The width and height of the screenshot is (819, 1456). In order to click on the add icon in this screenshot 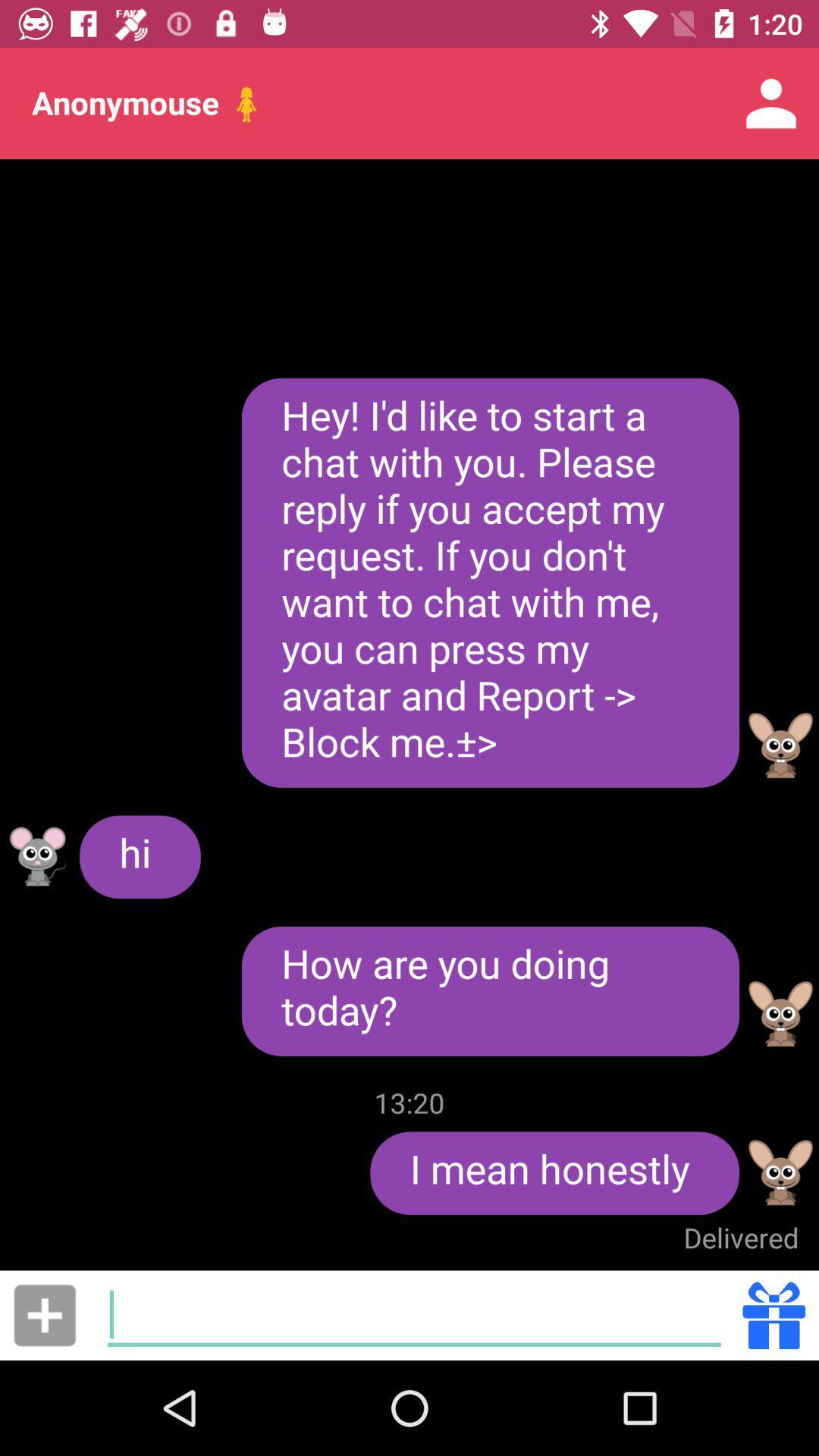, I will do `click(44, 1314)`.